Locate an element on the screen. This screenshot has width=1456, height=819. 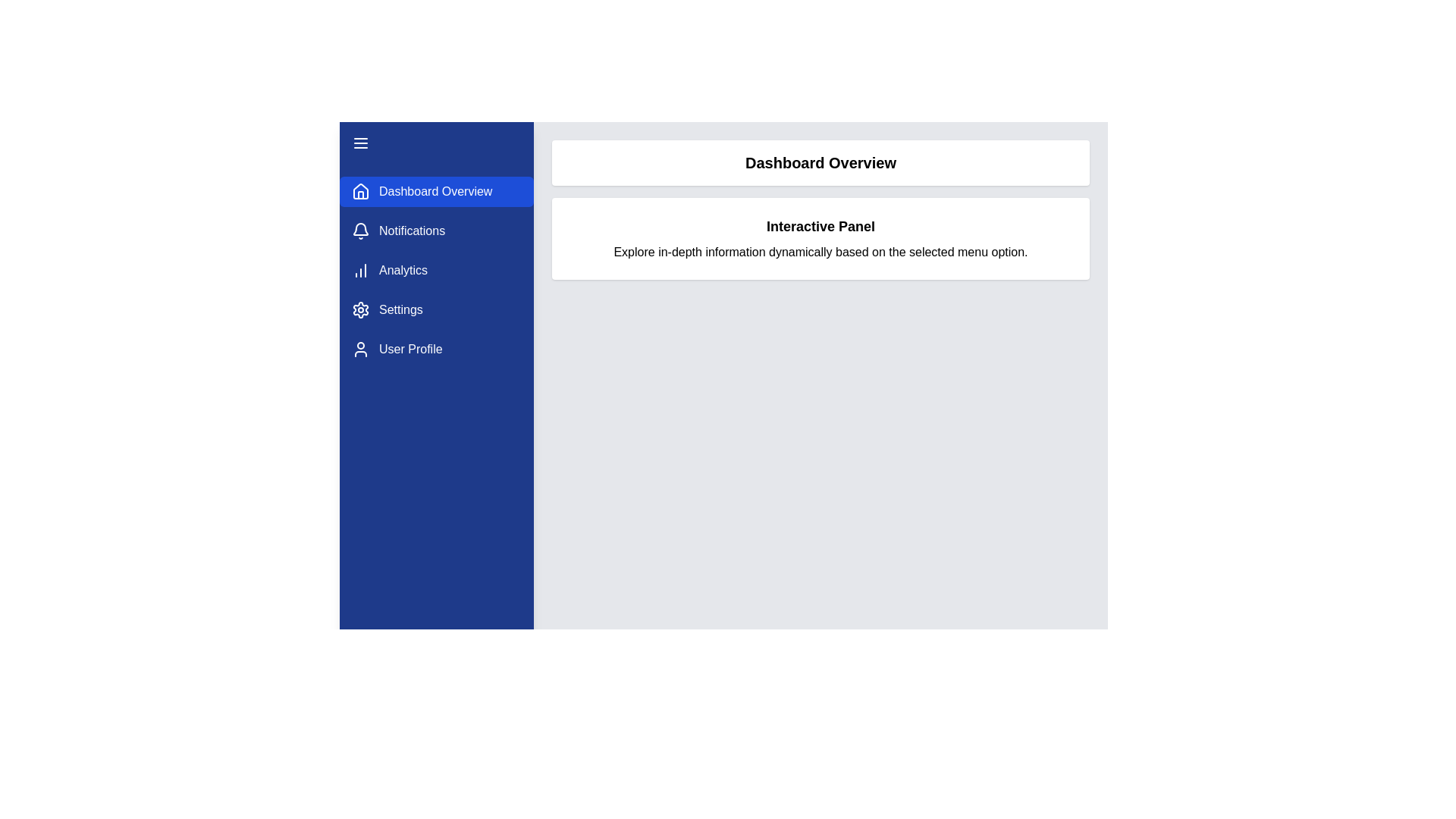
the 'Notifications' text label in the navigation sidebar is located at coordinates (412, 231).